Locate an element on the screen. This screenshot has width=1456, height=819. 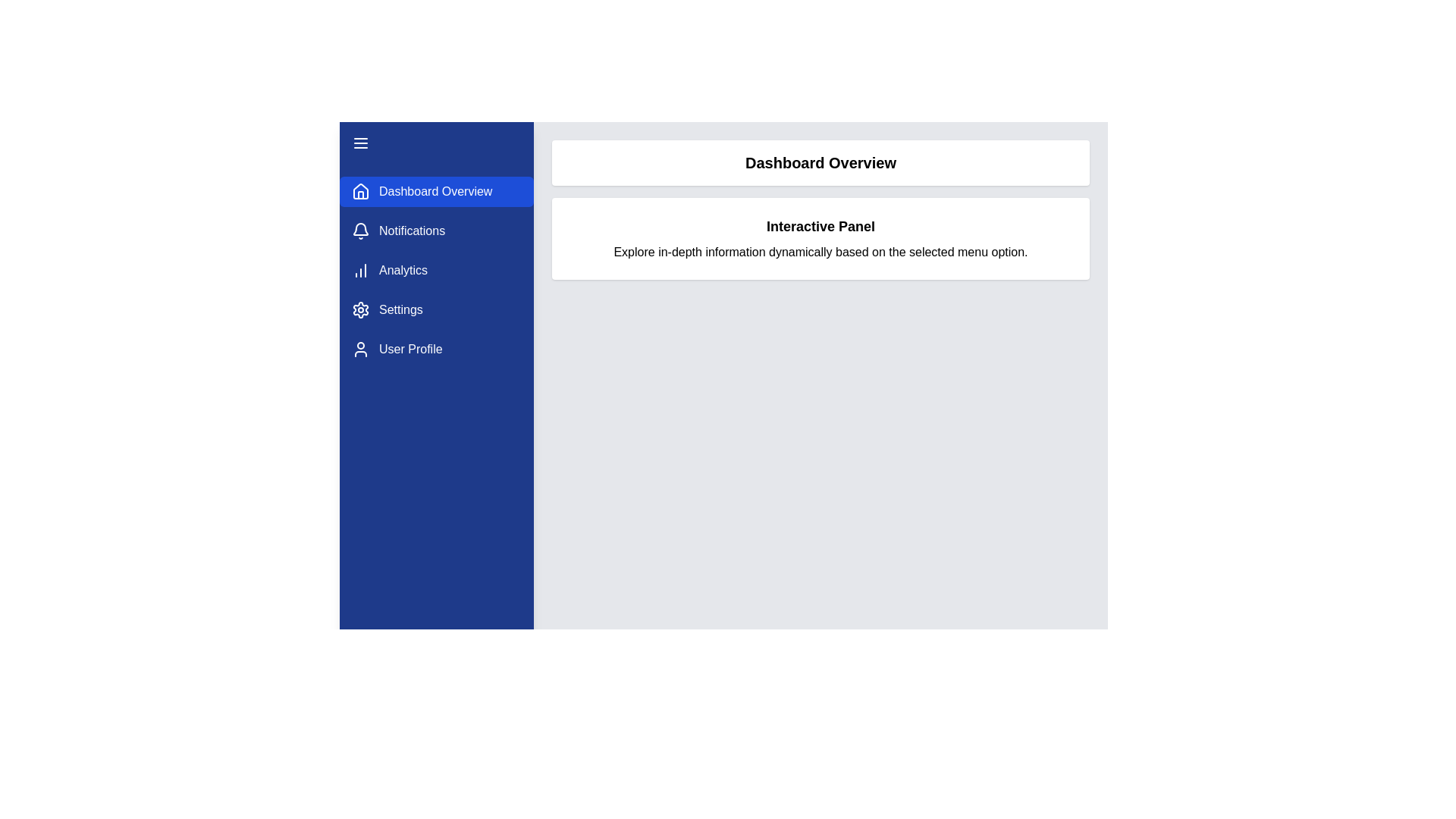
the 'Notifications' text label in the navigation sidebar is located at coordinates (412, 231).